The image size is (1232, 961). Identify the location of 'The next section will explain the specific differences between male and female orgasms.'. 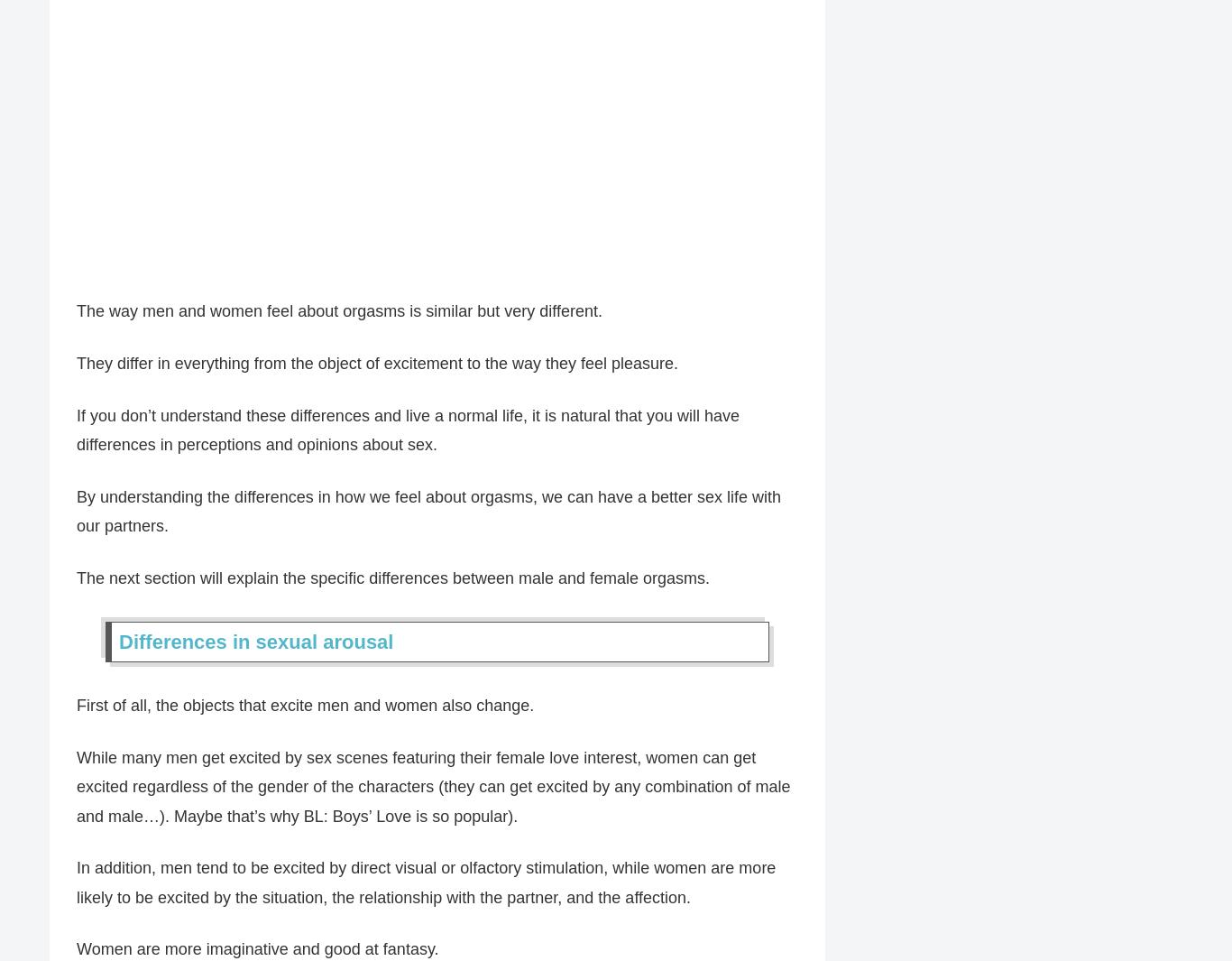
(392, 578).